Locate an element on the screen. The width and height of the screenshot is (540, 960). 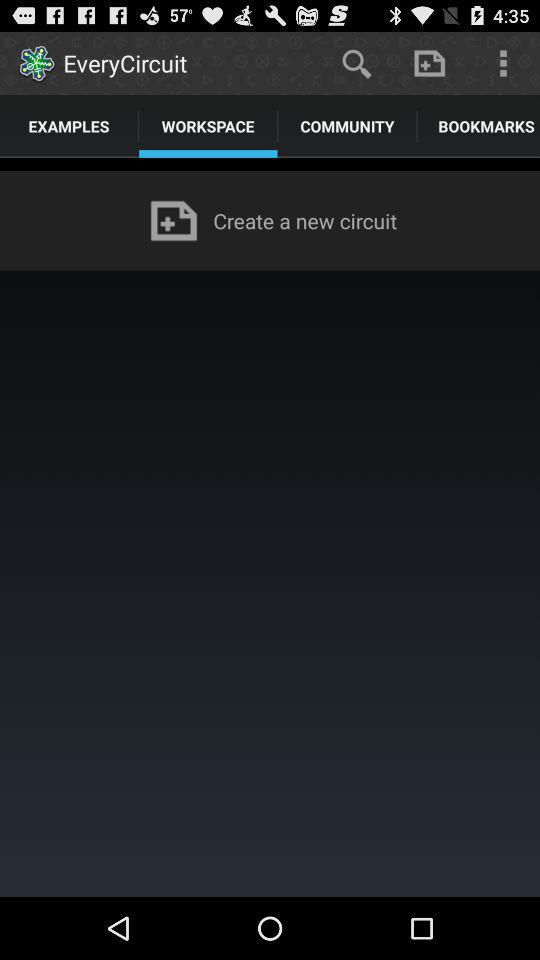
the app next to the everycircuit app is located at coordinates (355, 62).